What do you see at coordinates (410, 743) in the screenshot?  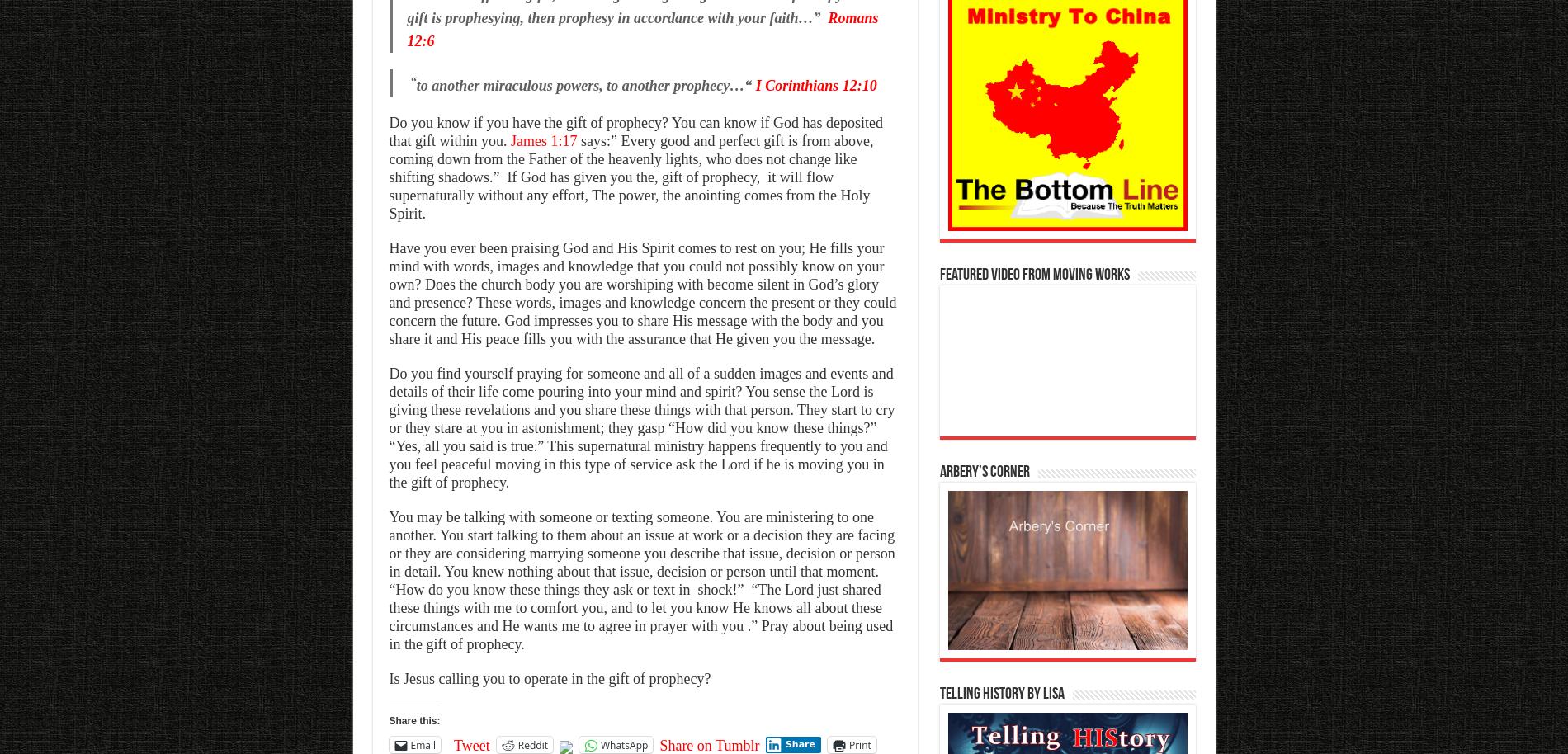 I see `'Email'` at bounding box center [410, 743].